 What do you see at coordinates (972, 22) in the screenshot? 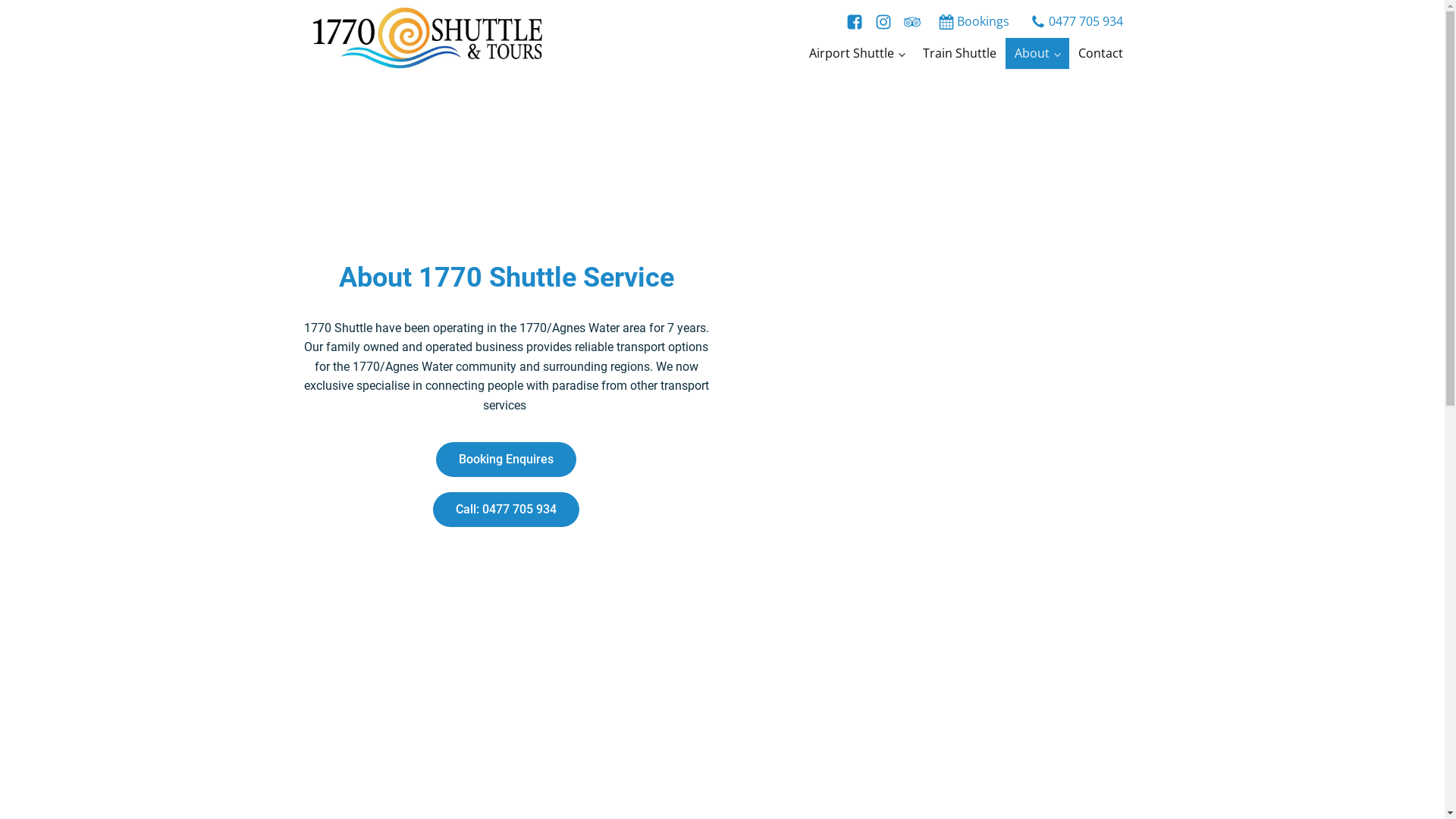
I see `'Bookings'` at bounding box center [972, 22].